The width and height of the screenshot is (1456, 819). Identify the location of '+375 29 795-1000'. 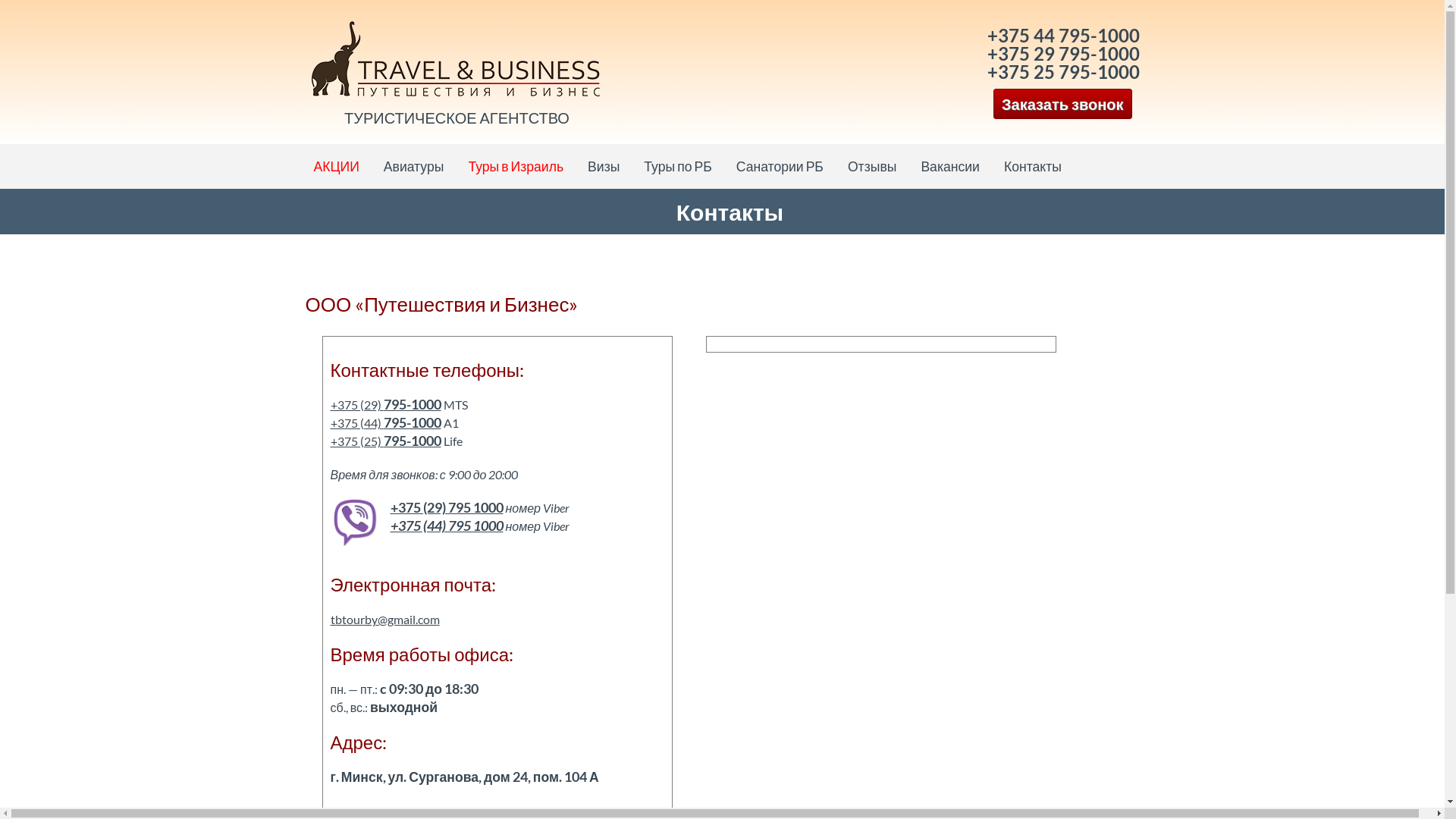
(987, 52).